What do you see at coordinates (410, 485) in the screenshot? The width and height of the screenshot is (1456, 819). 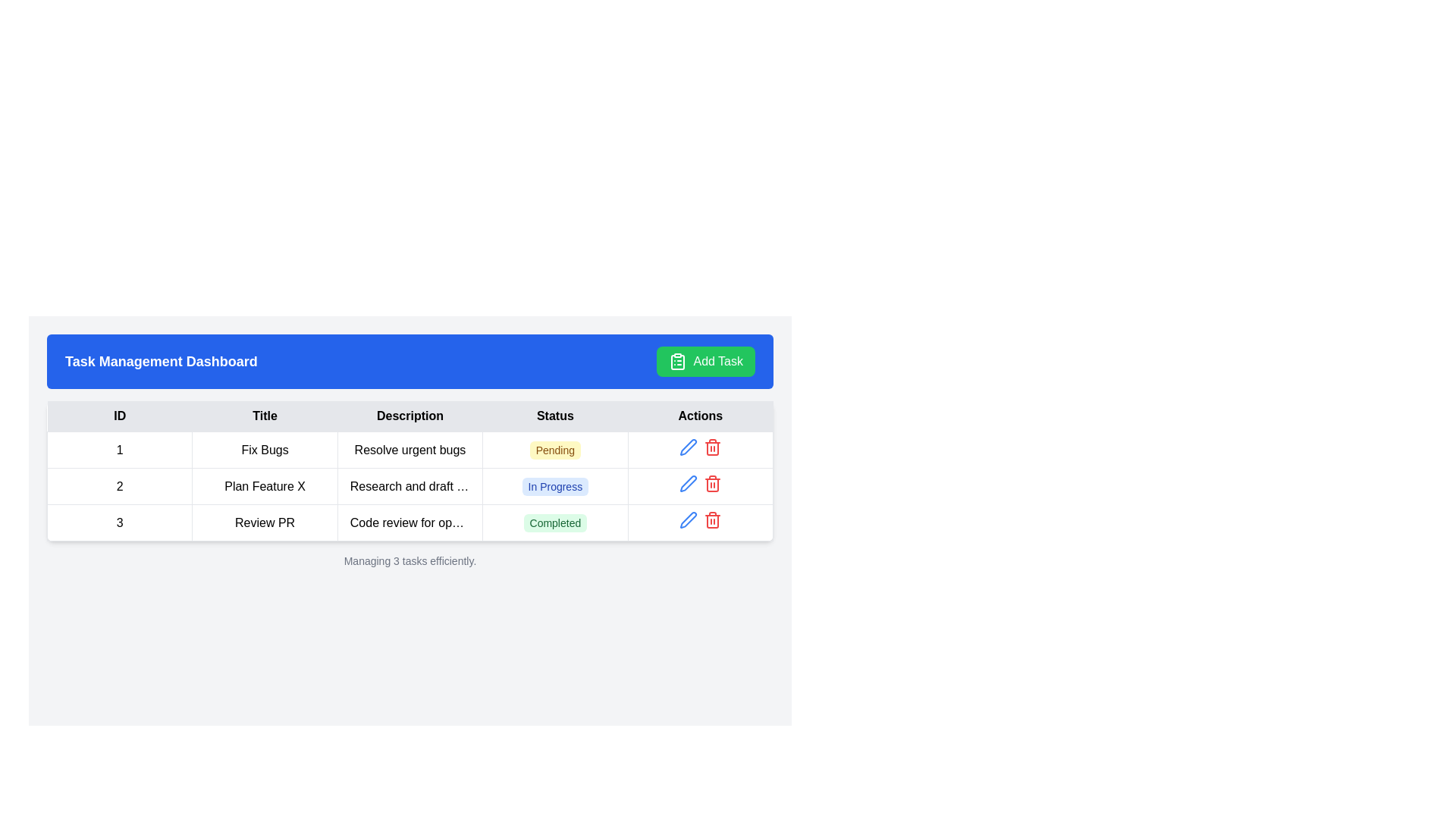 I see `details of the task represented by the second row in the task management table, which includes Task ID '2', Title 'Plan Feature X', Description 'Research and draft specs', and Status 'In Progress'` at bounding box center [410, 485].